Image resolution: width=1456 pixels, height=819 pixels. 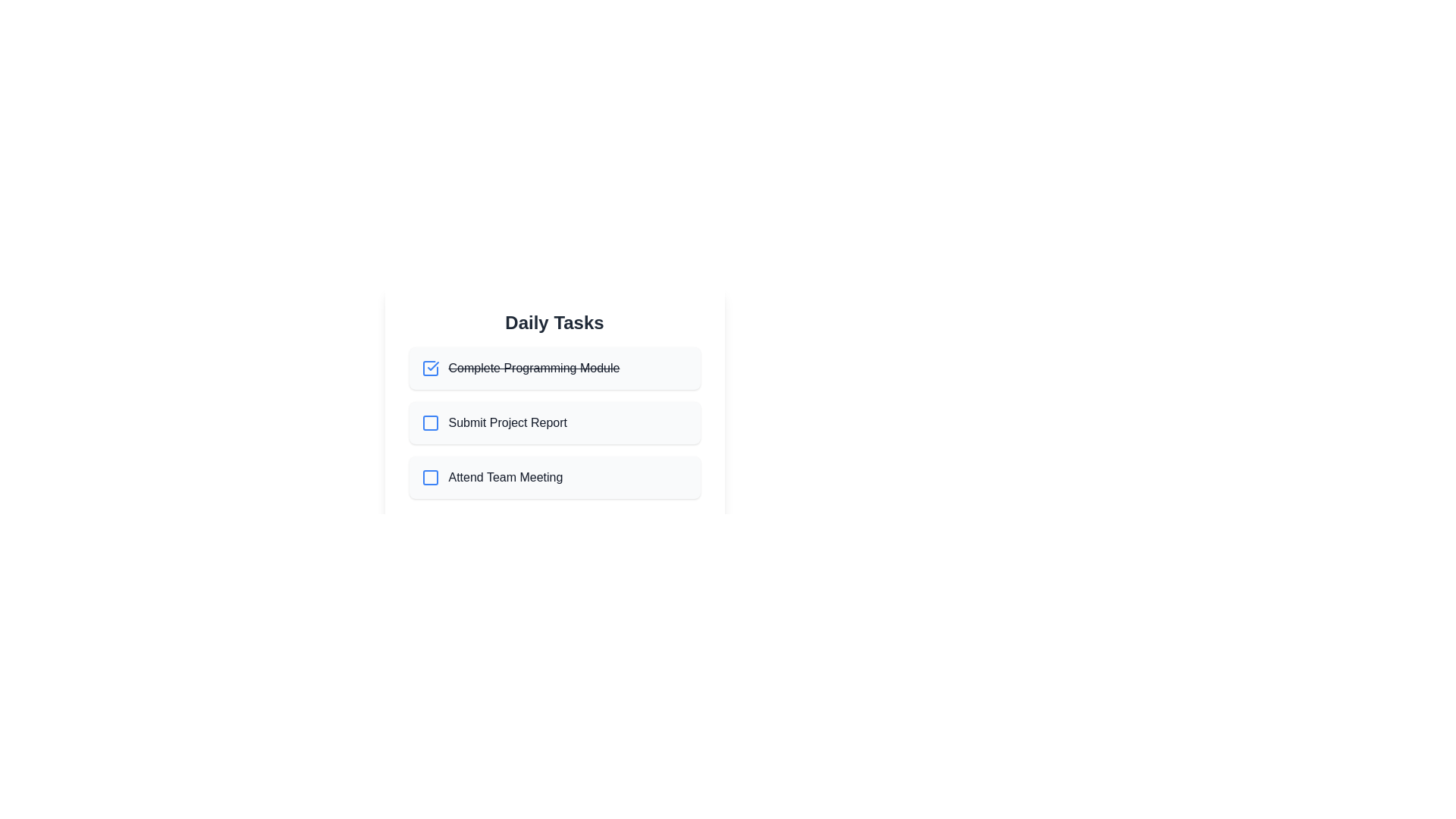 I want to click on the third list item with a checkbox in the 'Daily Tasks' section, so click(x=554, y=476).